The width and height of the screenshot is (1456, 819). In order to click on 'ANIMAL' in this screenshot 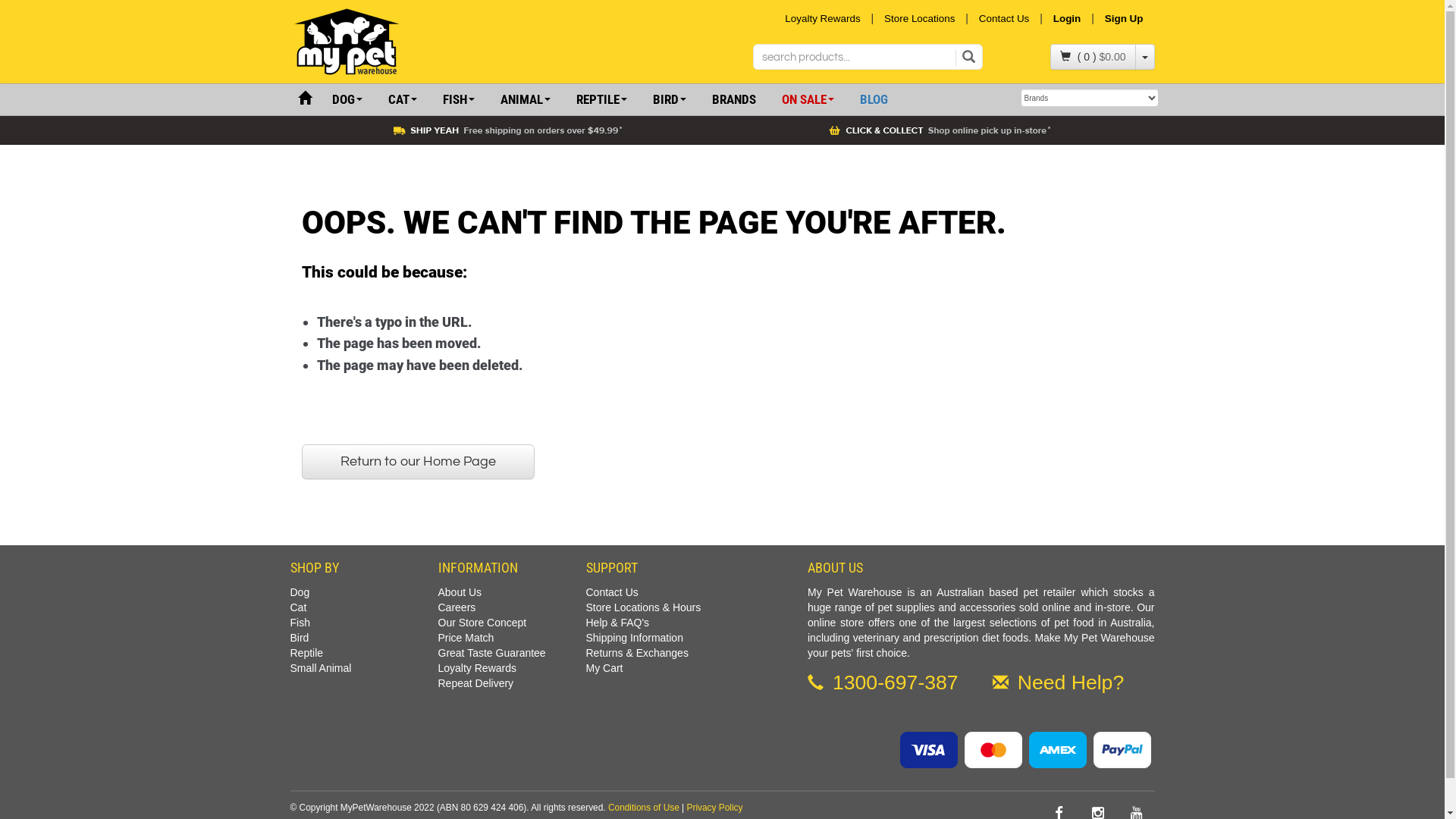, I will do `click(524, 99)`.